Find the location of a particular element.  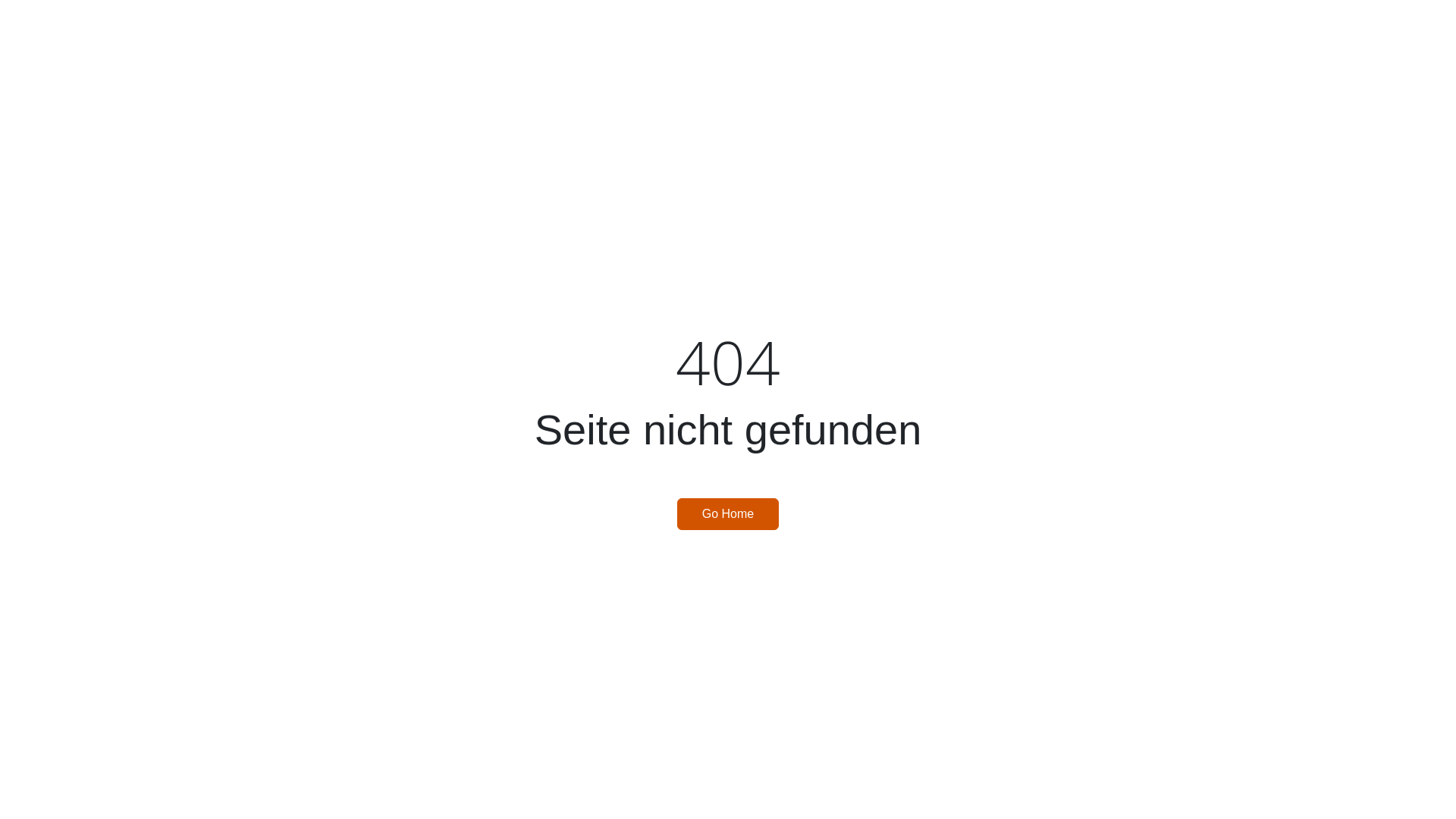

'Go Home' is located at coordinates (676, 513).